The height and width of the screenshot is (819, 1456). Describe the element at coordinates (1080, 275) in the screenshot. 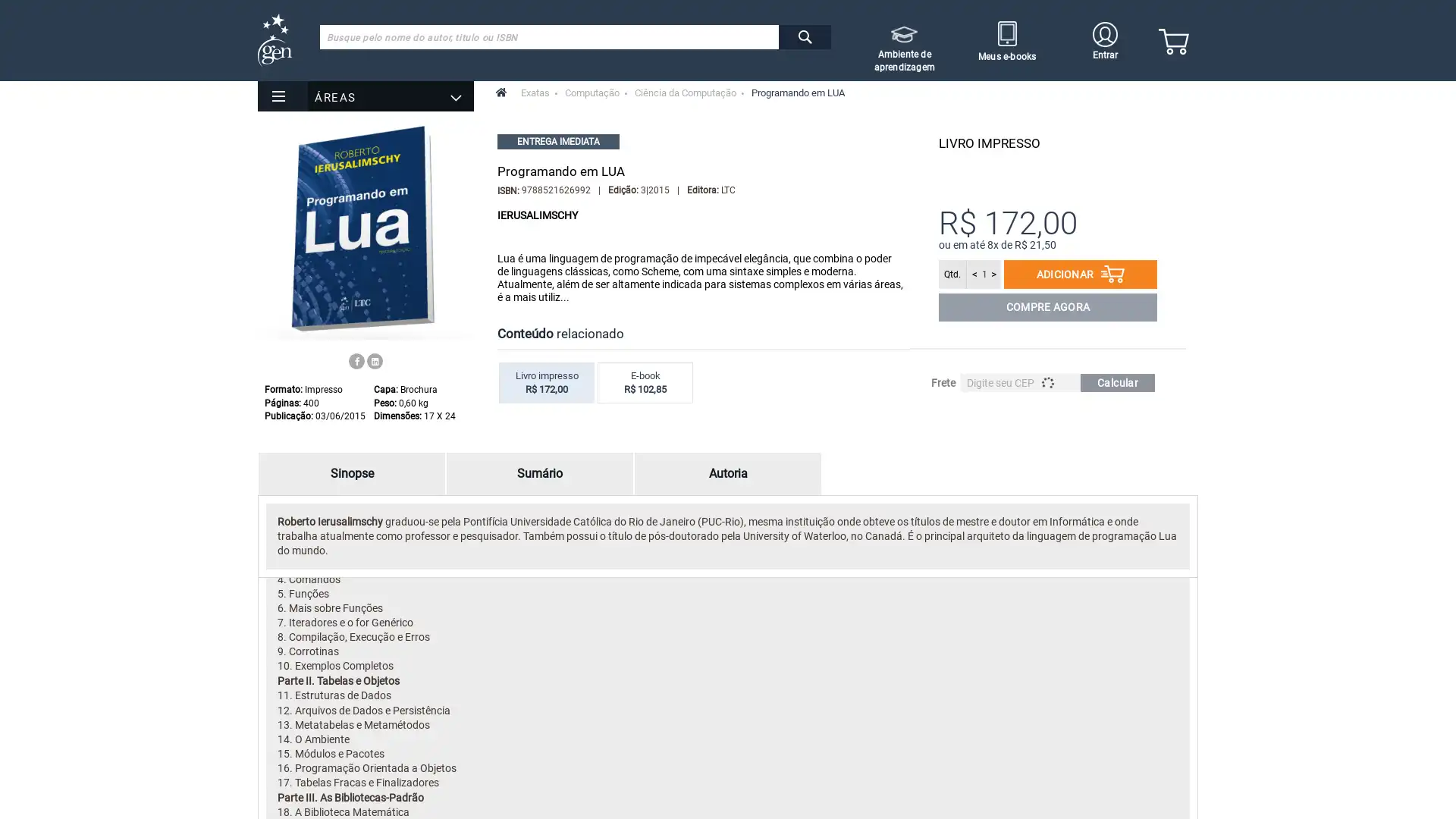

I see `ADICIONAR` at that location.